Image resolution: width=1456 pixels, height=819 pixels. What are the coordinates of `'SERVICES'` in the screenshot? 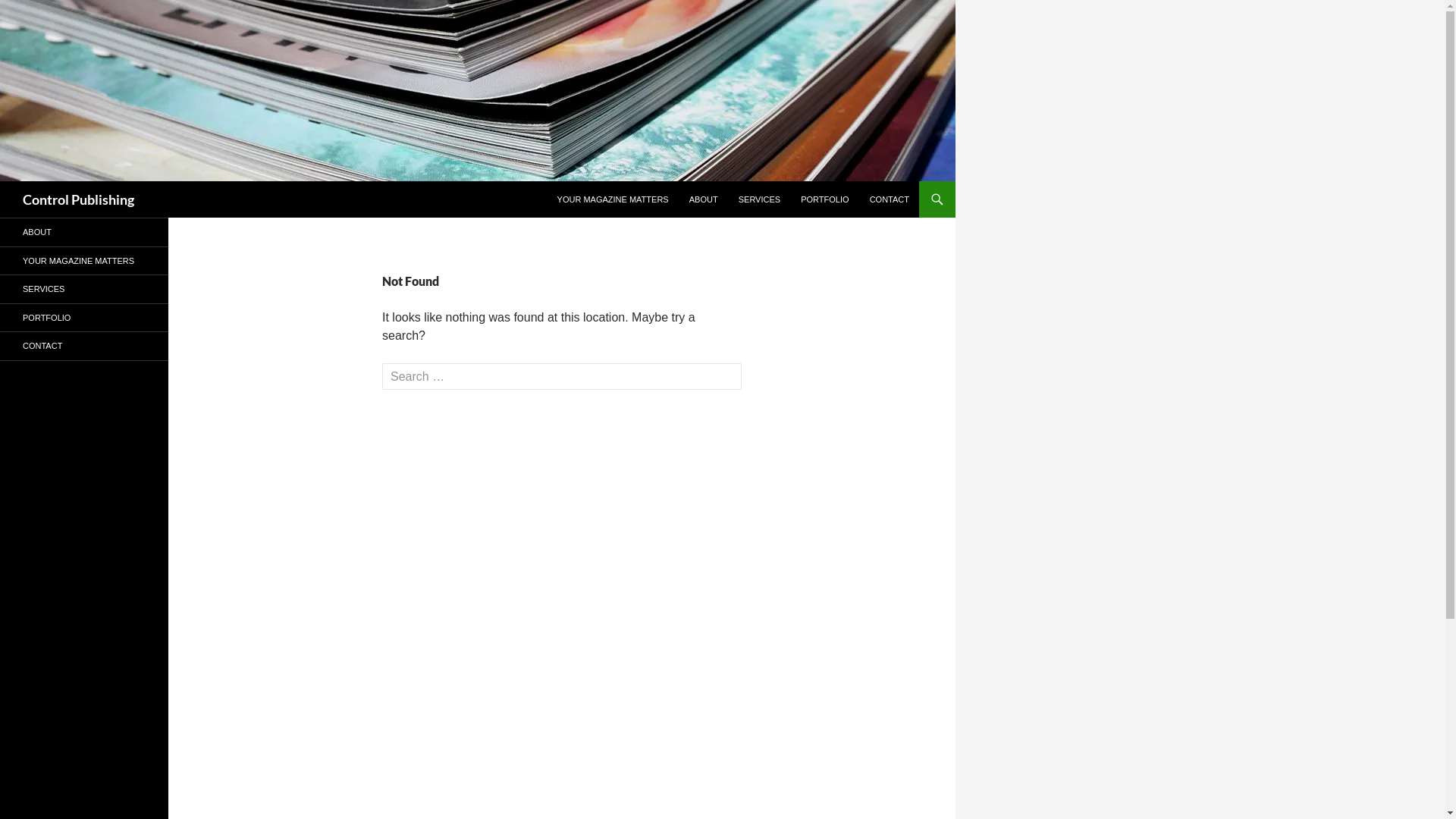 It's located at (759, 198).